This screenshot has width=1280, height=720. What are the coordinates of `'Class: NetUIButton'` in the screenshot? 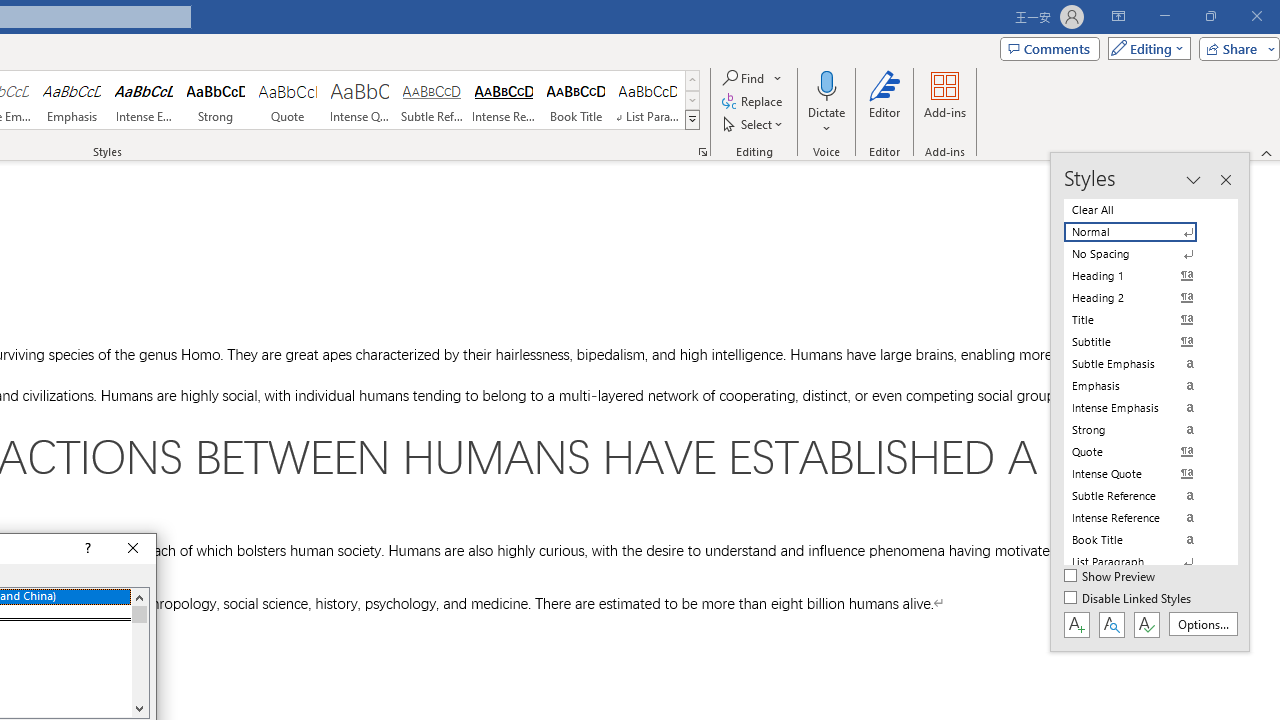 It's located at (1146, 623).